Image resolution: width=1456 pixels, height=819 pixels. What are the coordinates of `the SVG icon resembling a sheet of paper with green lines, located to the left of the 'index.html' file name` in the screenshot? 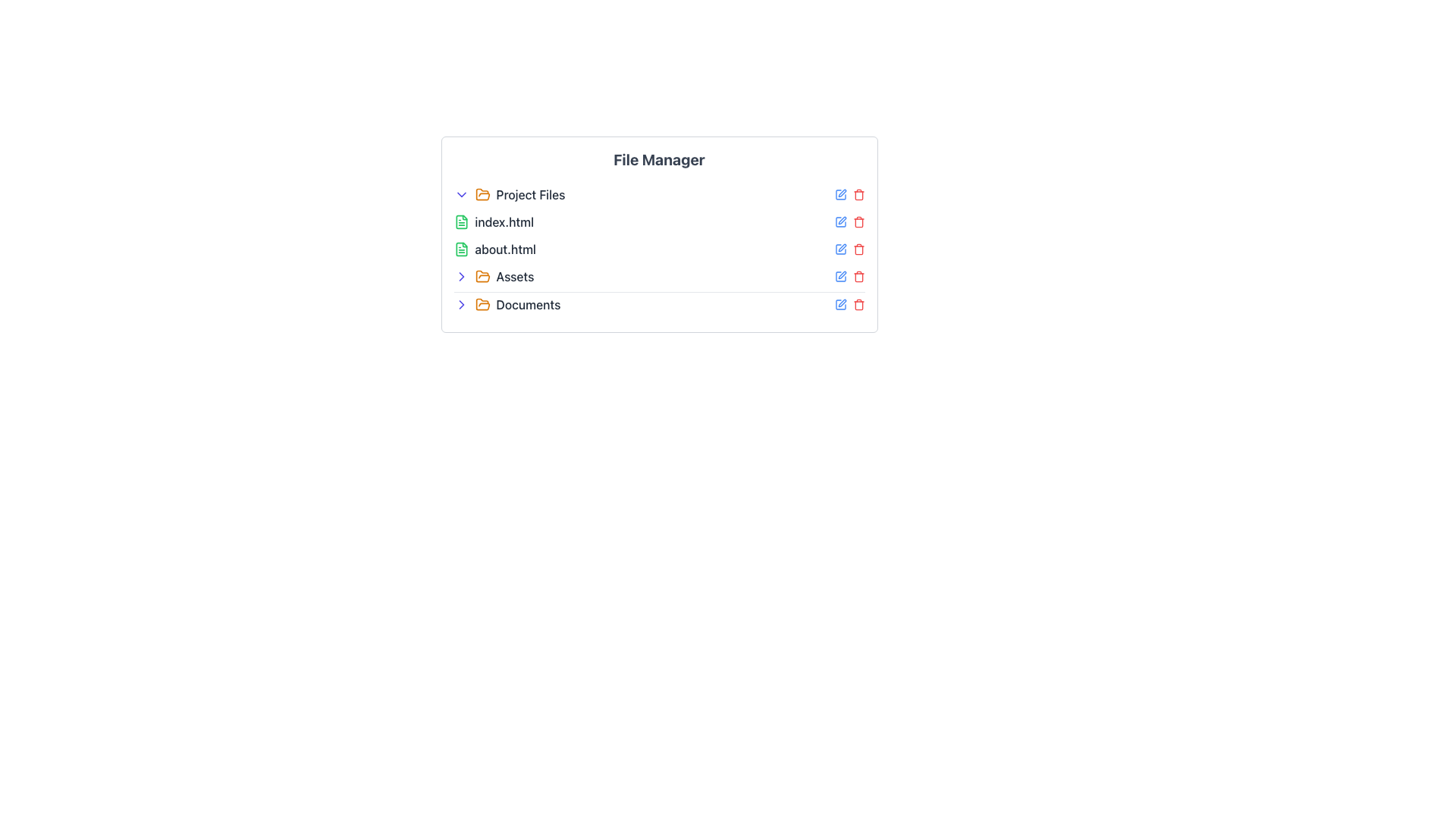 It's located at (460, 222).